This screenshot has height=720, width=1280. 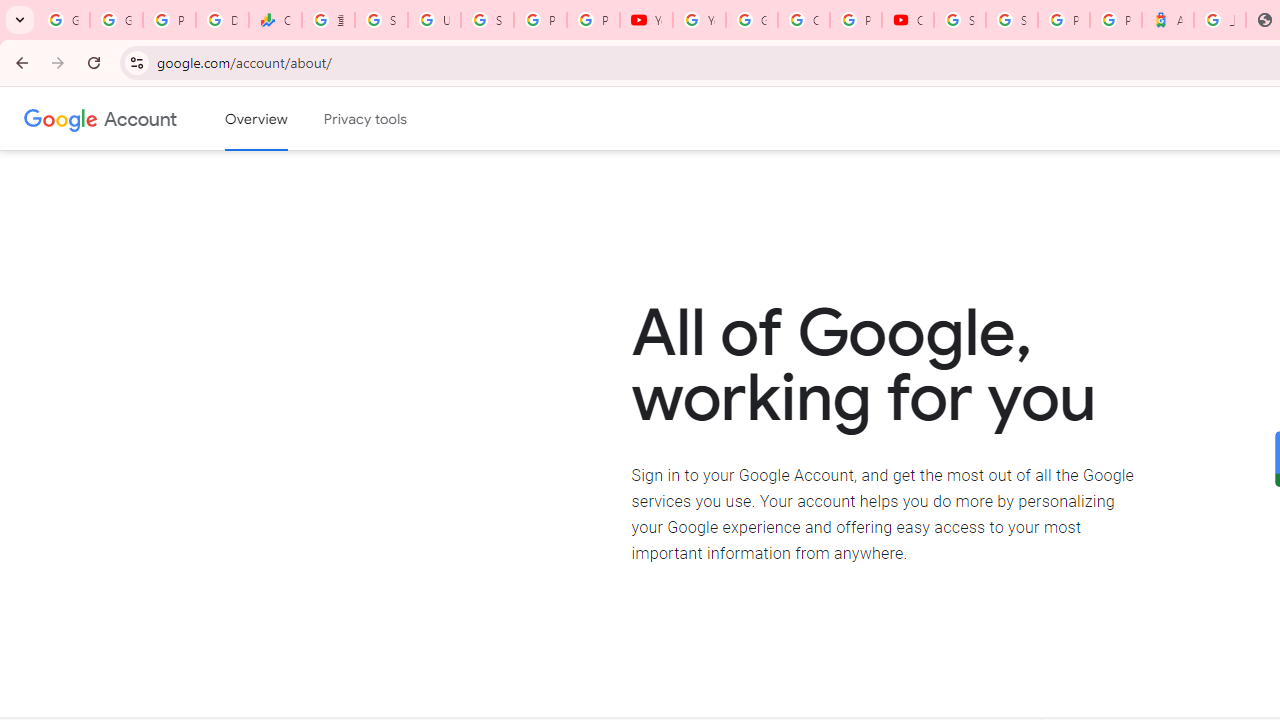 I want to click on 'Create your Google Account', so click(x=803, y=20).